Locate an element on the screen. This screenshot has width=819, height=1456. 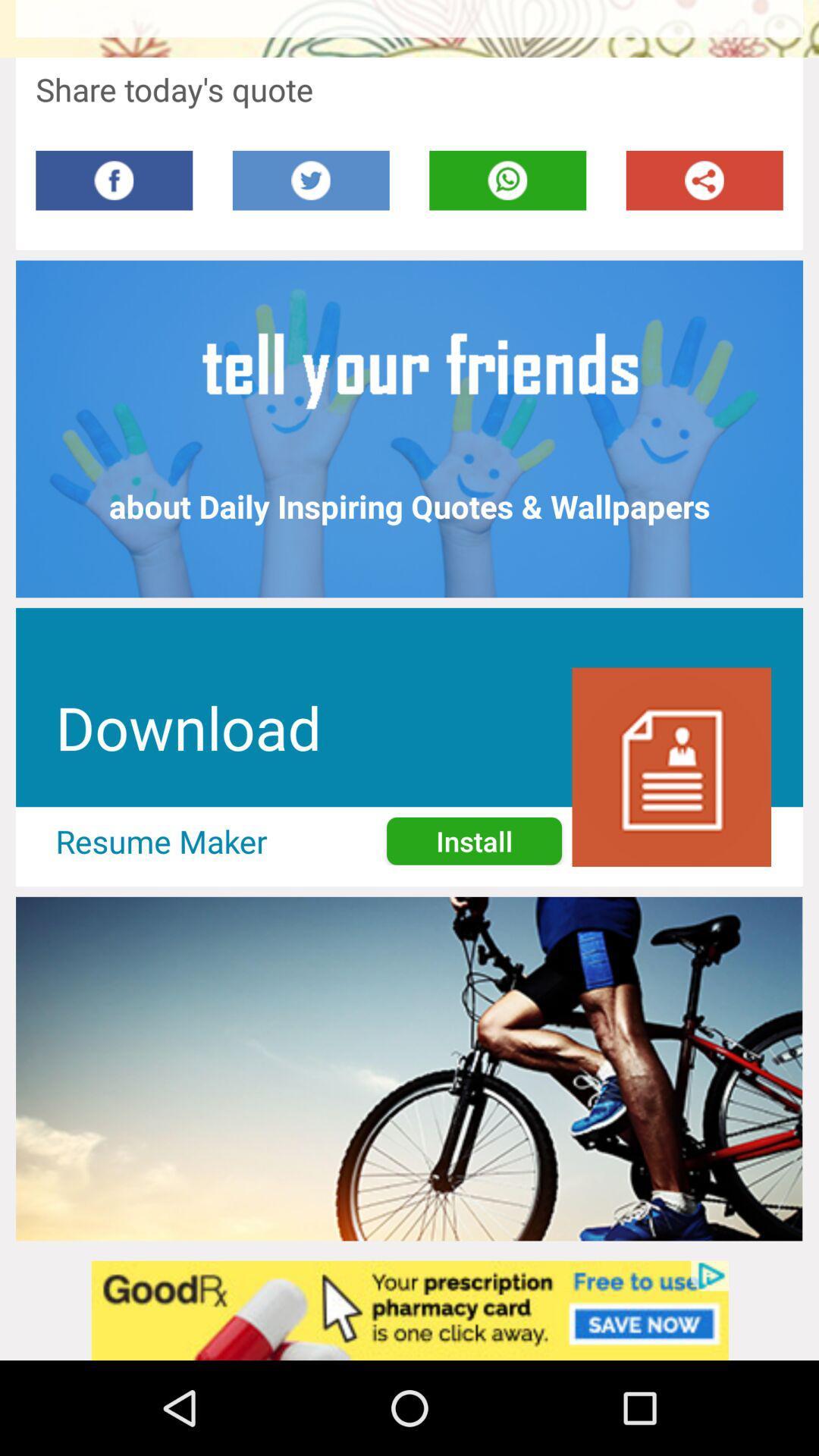
twitter option is located at coordinates (310, 180).